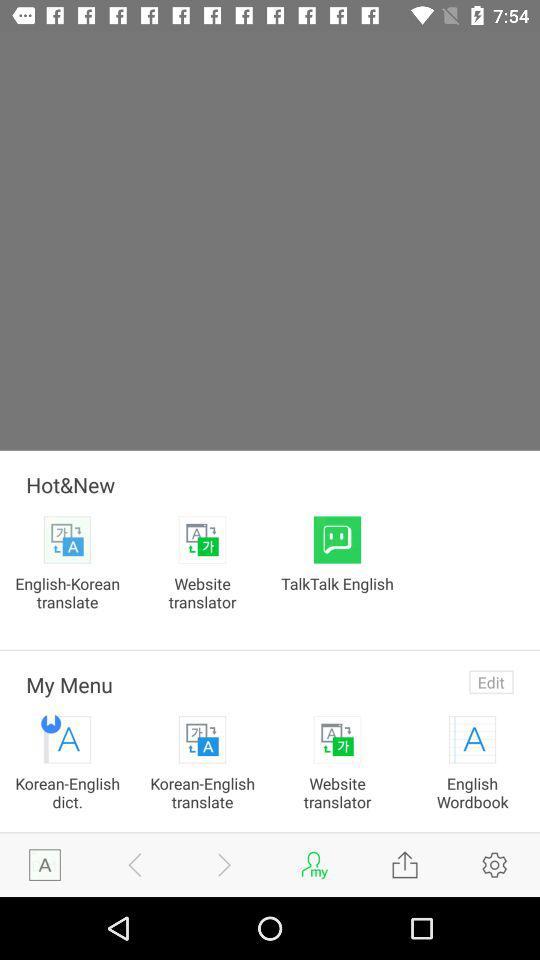 This screenshot has height=960, width=540. What do you see at coordinates (490, 682) in the screenshot?
I see `the edit` at bounding box center [490, 682].